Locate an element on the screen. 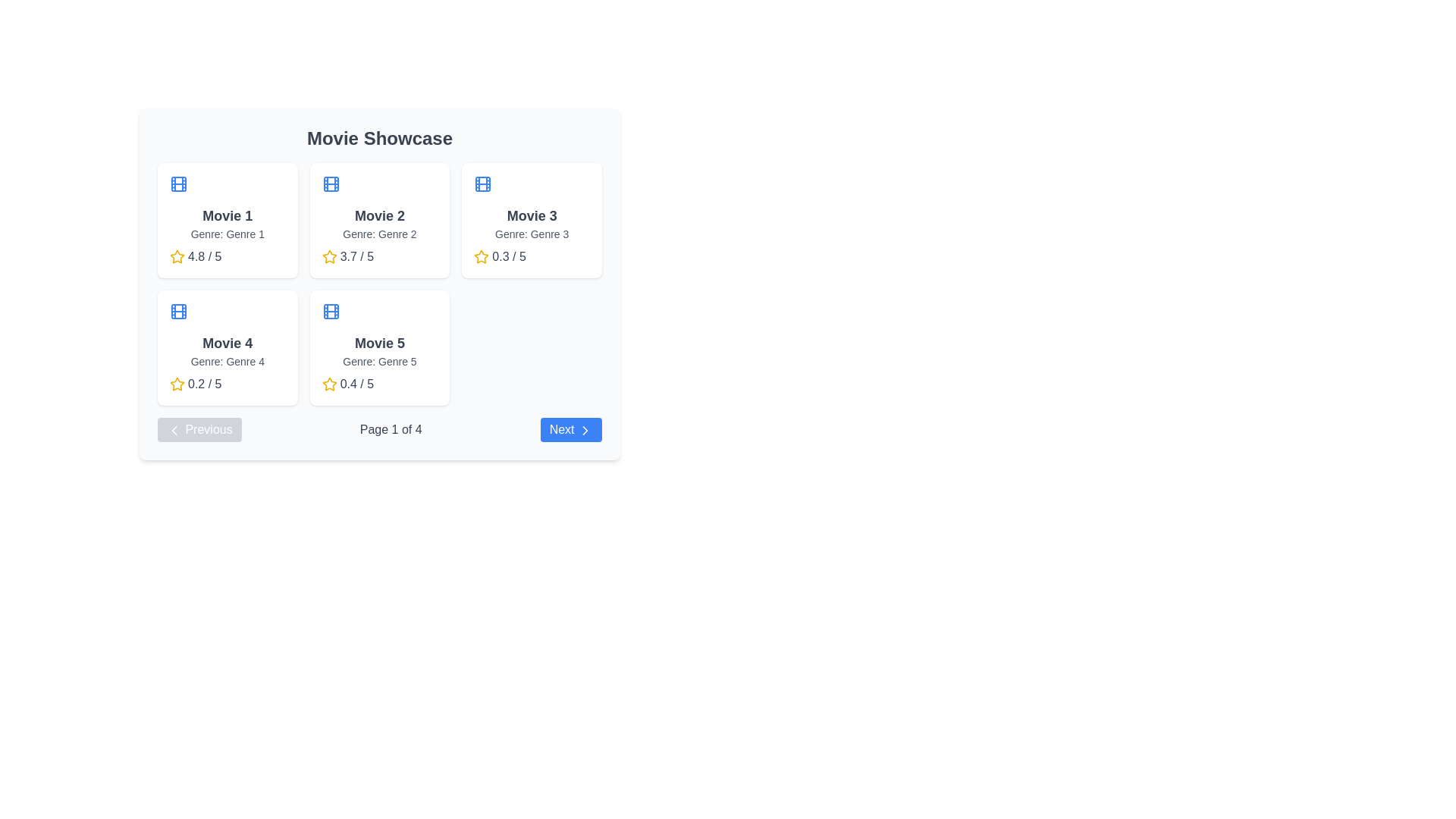  the text label displaying the numerical rating '0.3 / 5' located in the top-right item of the 'Movie Showcase' grid is located at coordinates (509, 256).